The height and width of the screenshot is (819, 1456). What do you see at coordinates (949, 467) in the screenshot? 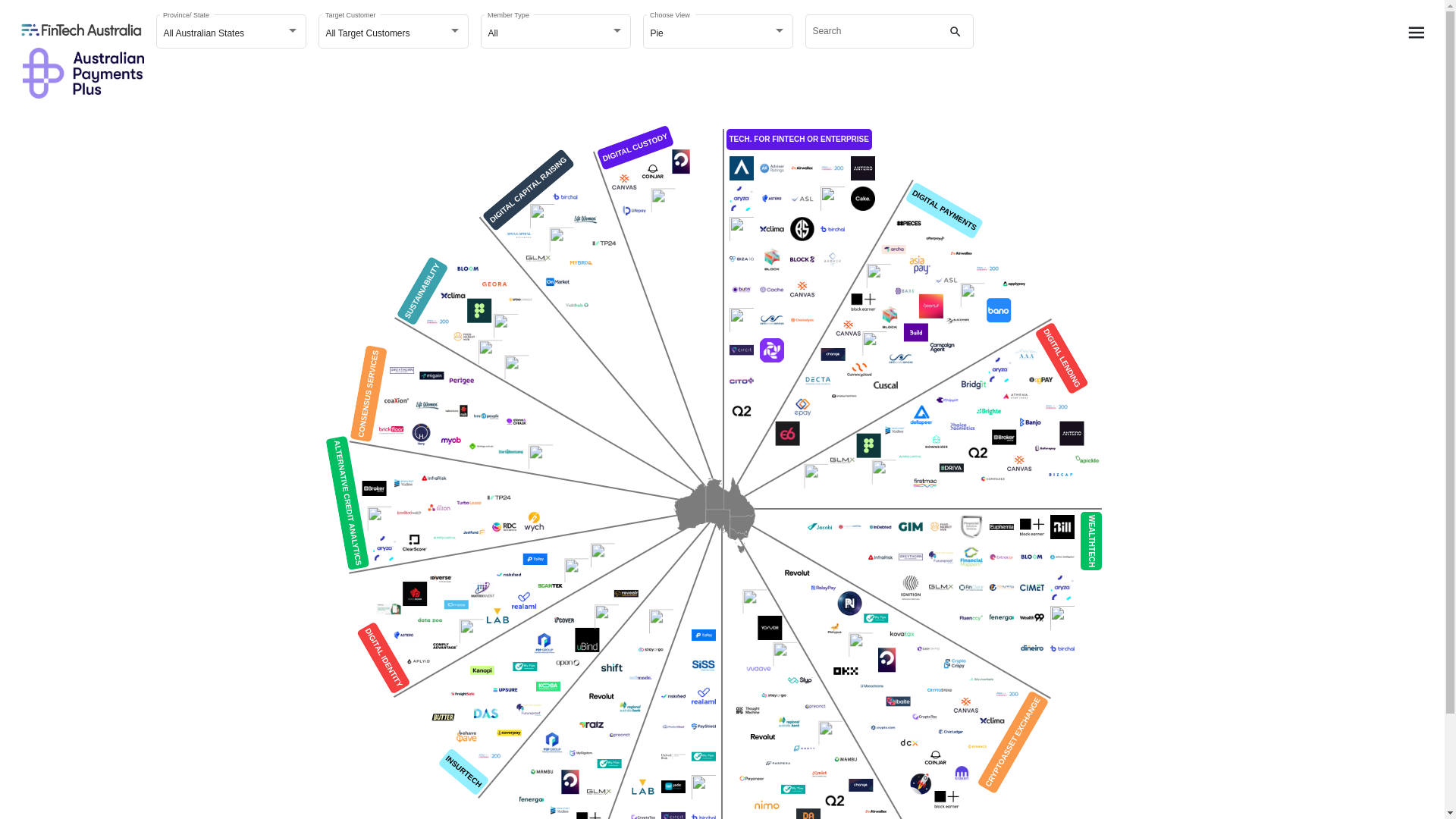
I see `'Driva Pty Ltd'` at bounding box center [949, 467].